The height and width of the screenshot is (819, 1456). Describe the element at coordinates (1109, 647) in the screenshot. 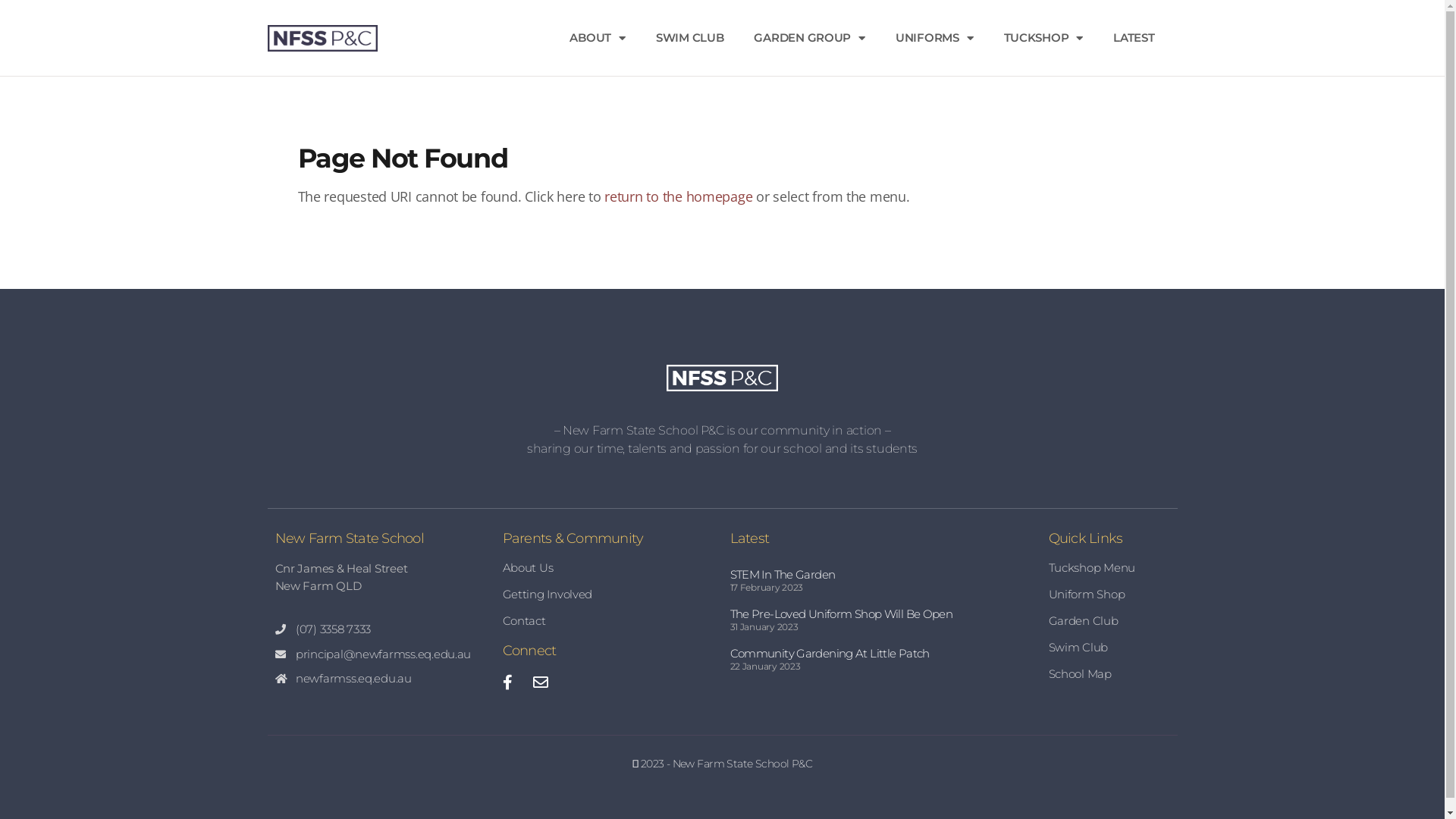

I see `'Swim Club'` at that location.